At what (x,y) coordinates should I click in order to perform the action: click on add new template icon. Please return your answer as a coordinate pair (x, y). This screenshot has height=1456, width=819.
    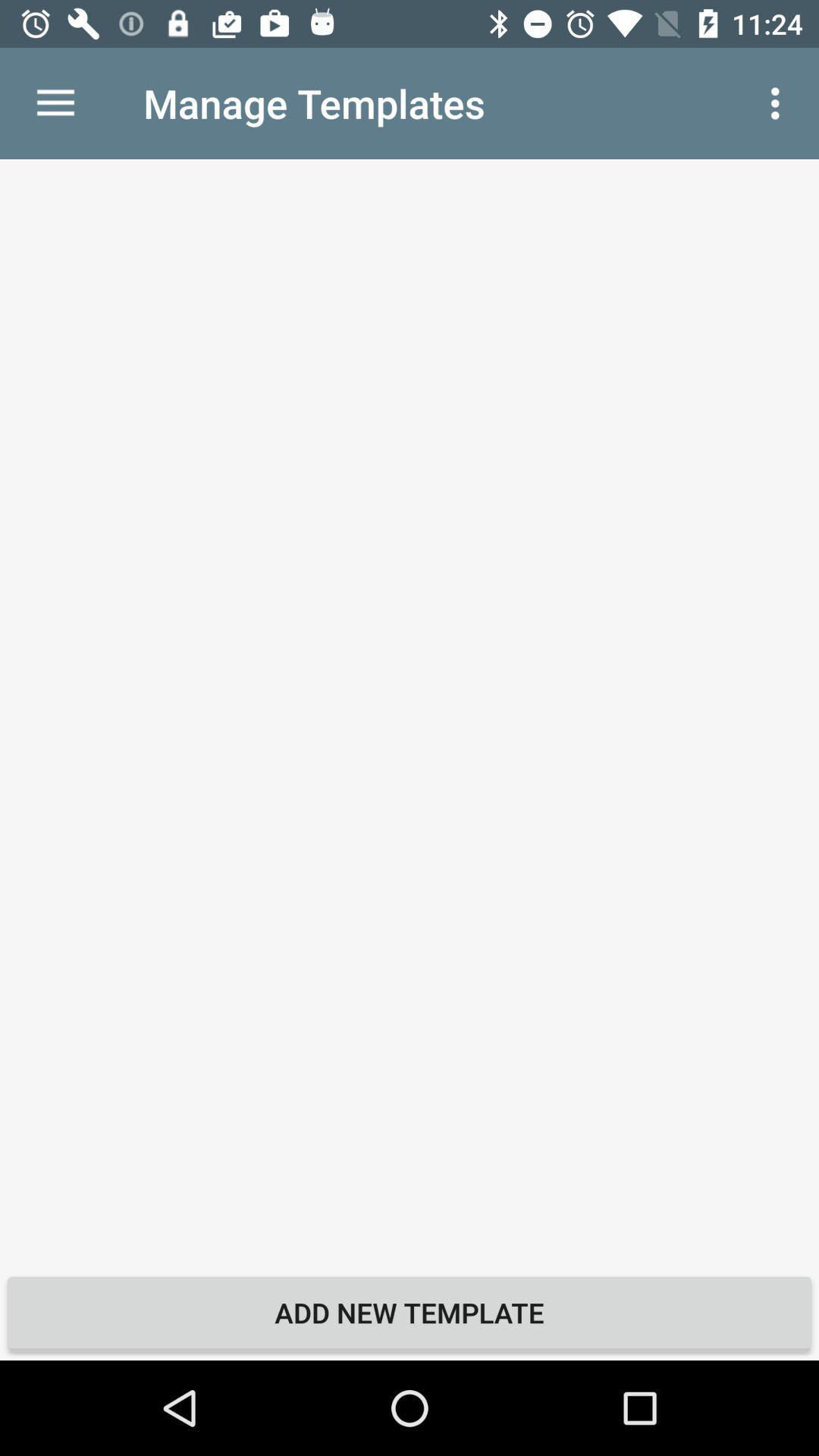
    Looking at the image, I should click on (409, 1312).